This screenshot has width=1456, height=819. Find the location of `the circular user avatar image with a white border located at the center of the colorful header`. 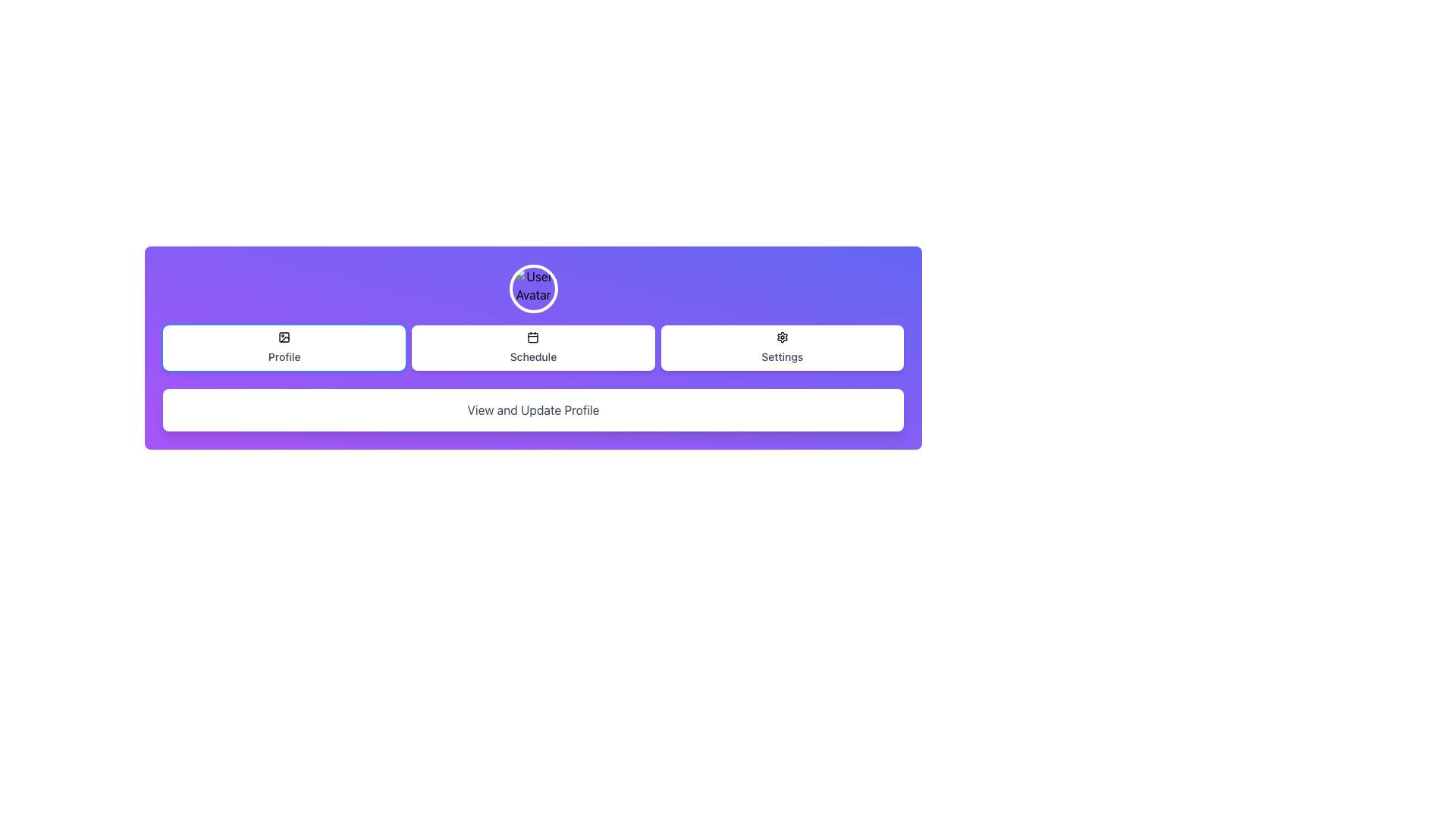

the circular user avatar image with a white border located at the center of the colorful header is located at coordinates (533, 289).